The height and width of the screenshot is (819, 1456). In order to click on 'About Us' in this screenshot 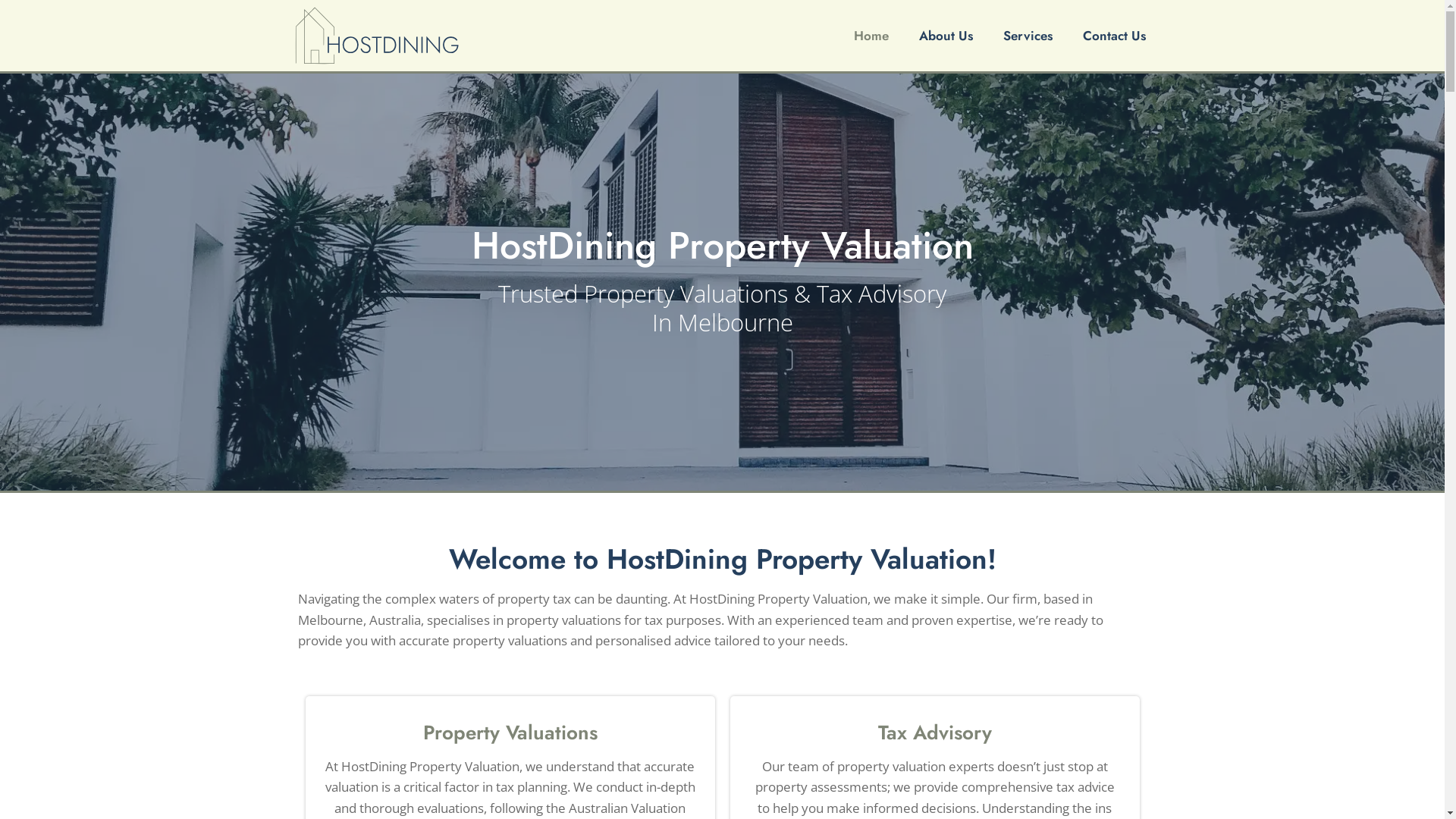, I will do `click(945, 34)`.